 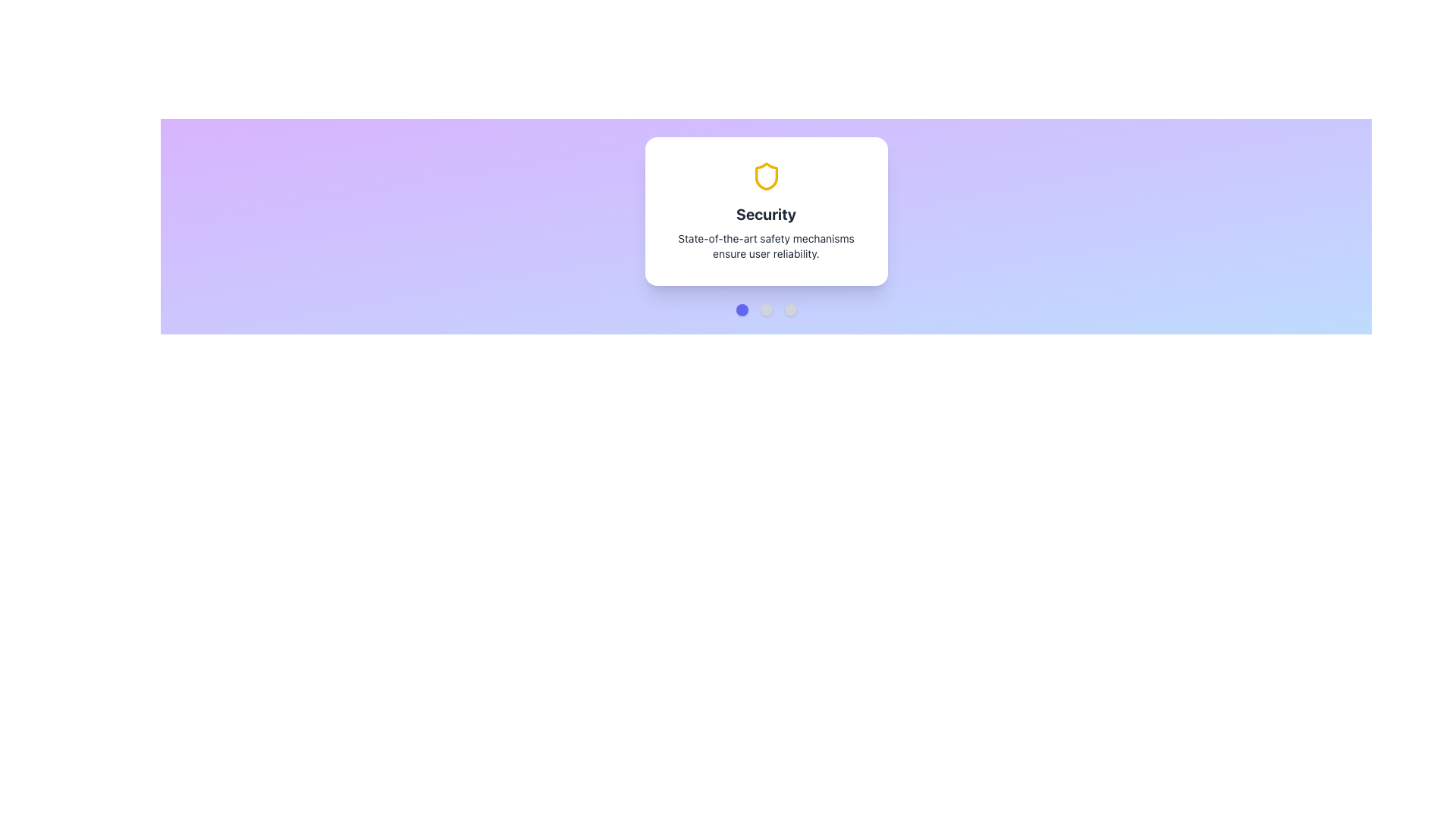 I want to click on the shield icon, which is yellow and outlined, located at the top of the card element with the word 'Security' below it, so click(x=766, y=175).